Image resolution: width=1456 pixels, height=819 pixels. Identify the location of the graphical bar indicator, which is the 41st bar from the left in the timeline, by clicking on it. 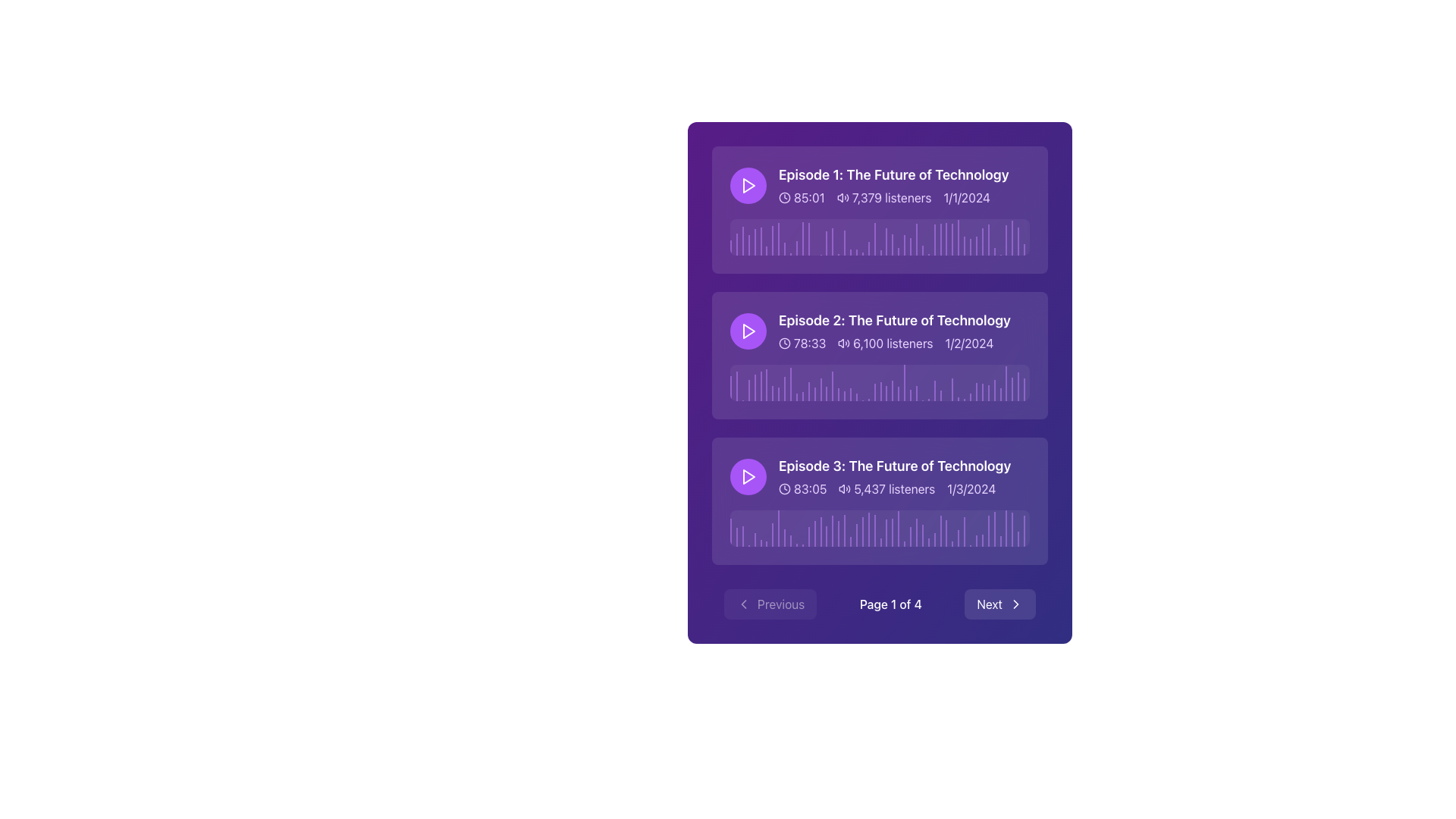
(976, 540).